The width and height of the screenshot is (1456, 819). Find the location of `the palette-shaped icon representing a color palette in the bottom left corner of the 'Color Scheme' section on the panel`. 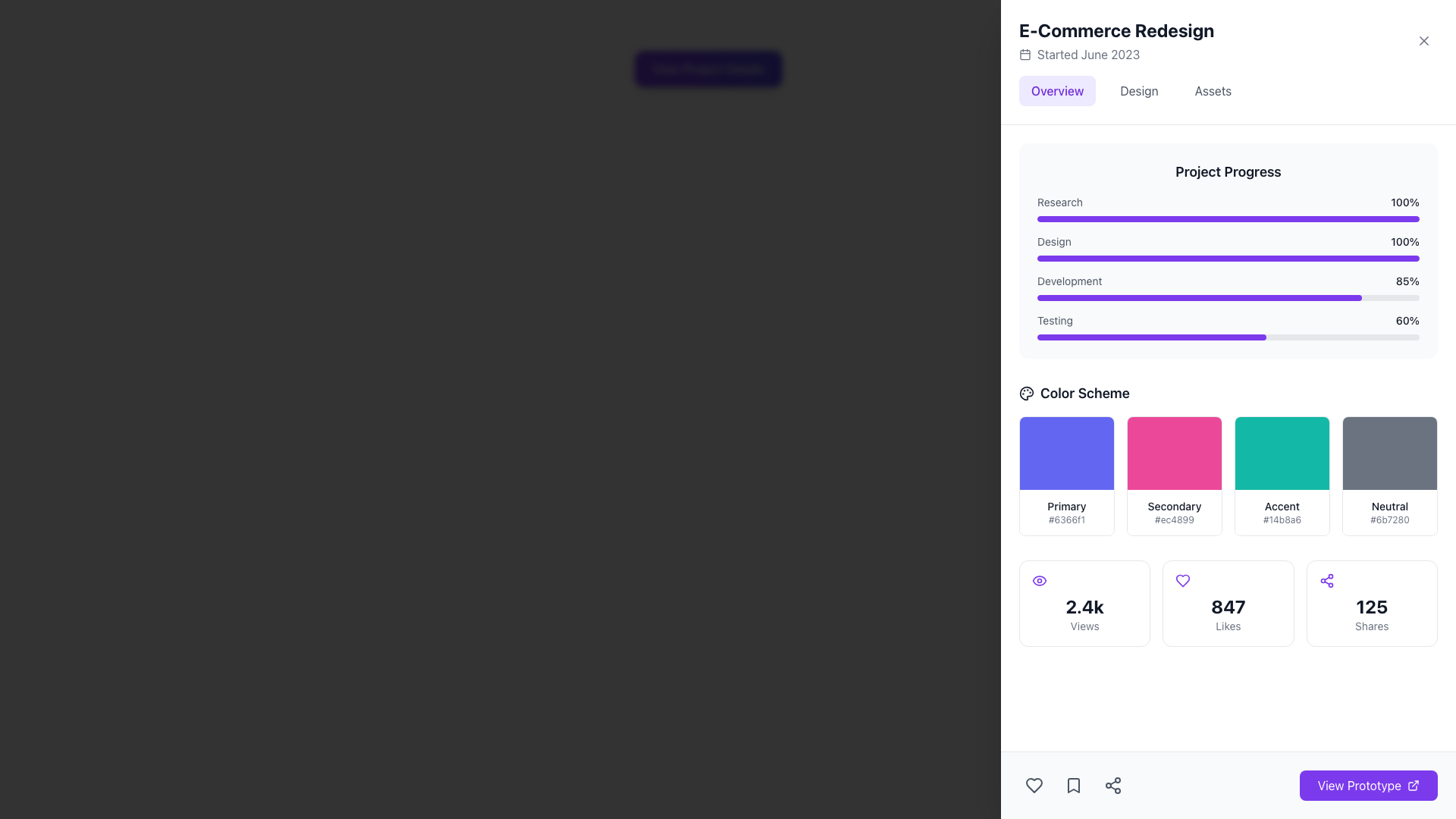

the palette-shaped icon representing a color palette in the bottom left corner of the 'Color Scheme' section on the panel is located at coordinates (1026, 393).